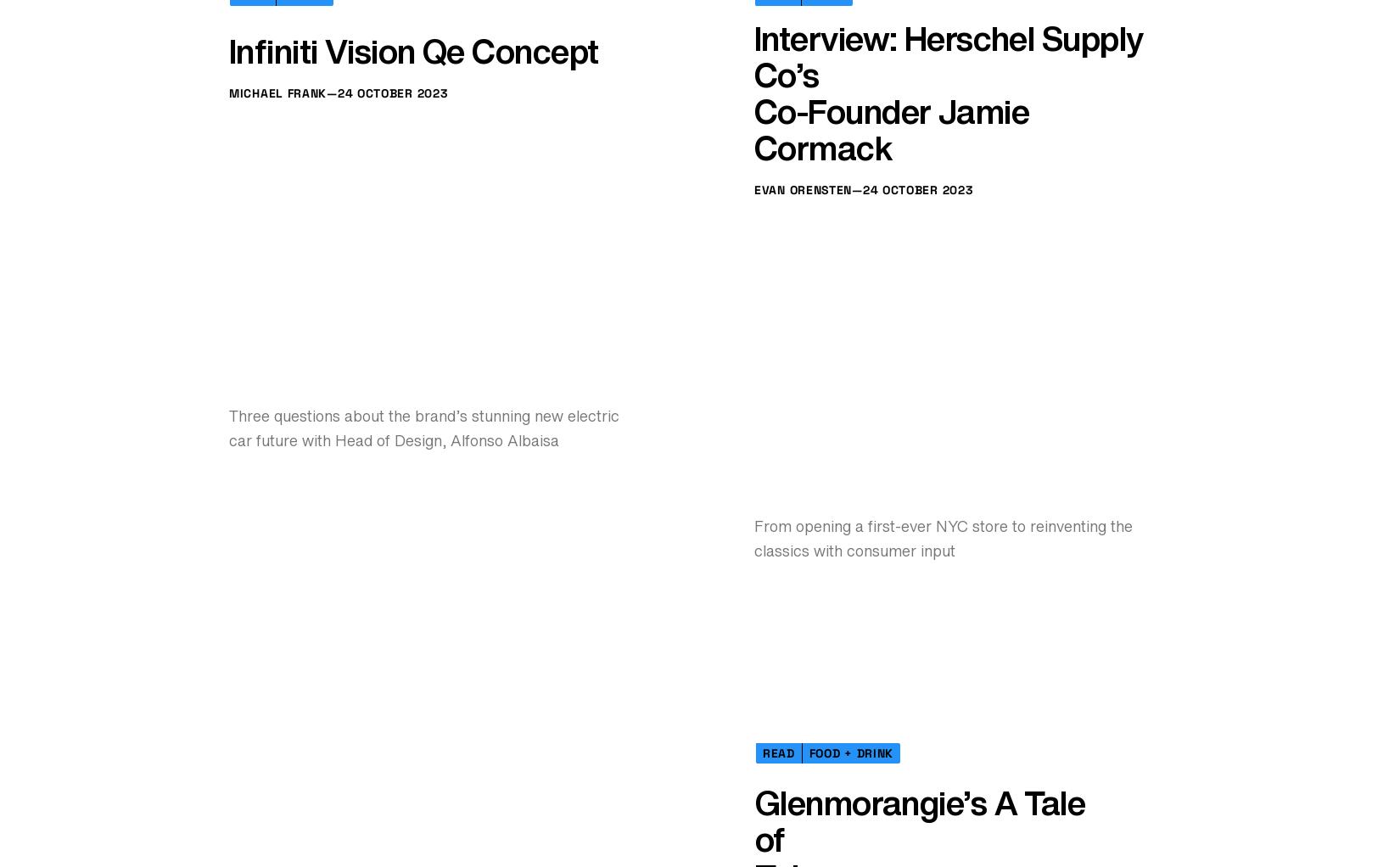  What do you see at coordinates (871, 334) in the screenshot?
I see `'25 October 2023'` at bounding box center [871, 334].